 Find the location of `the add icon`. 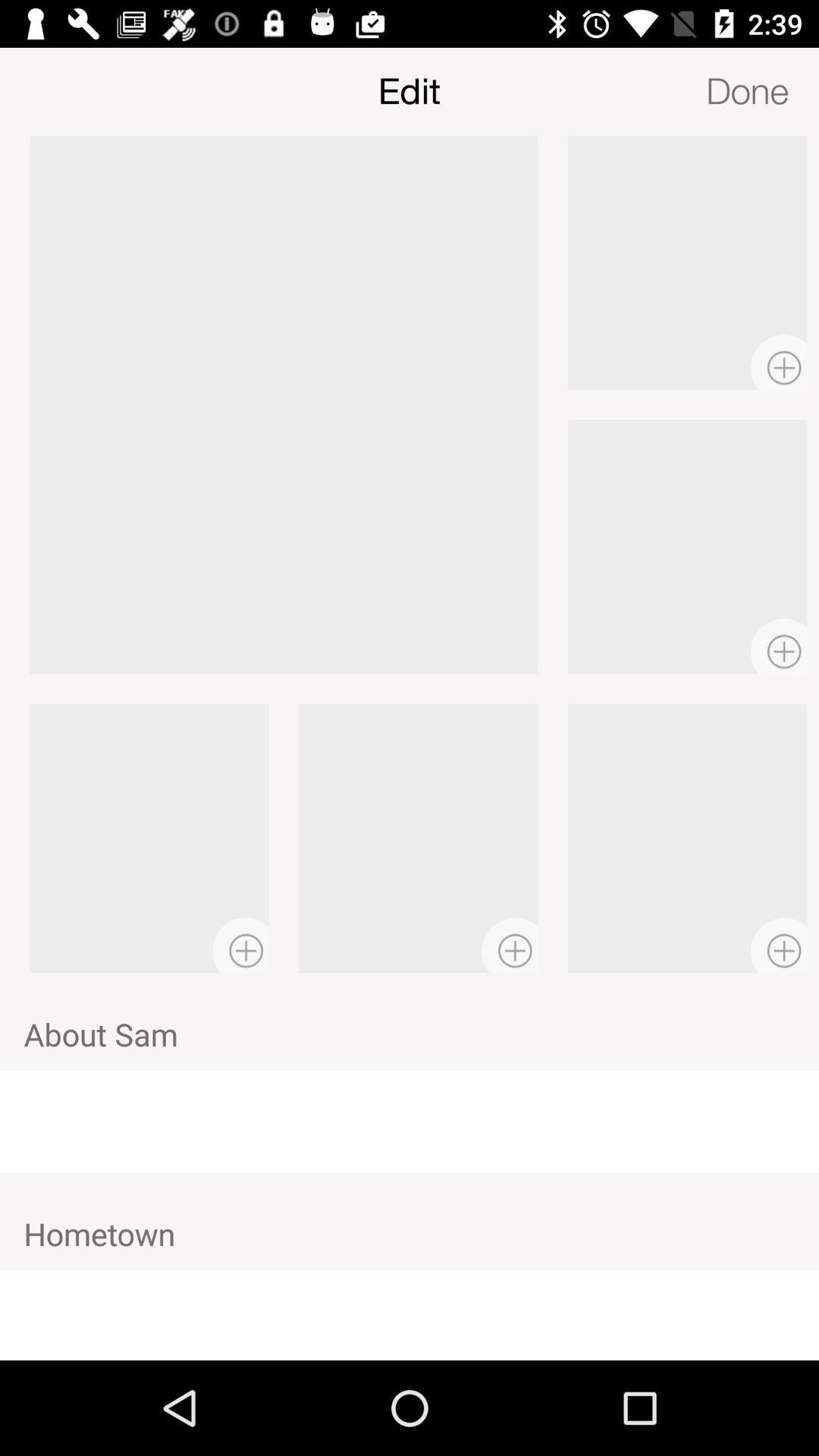

the add icon is located at coordinates (779, 645).